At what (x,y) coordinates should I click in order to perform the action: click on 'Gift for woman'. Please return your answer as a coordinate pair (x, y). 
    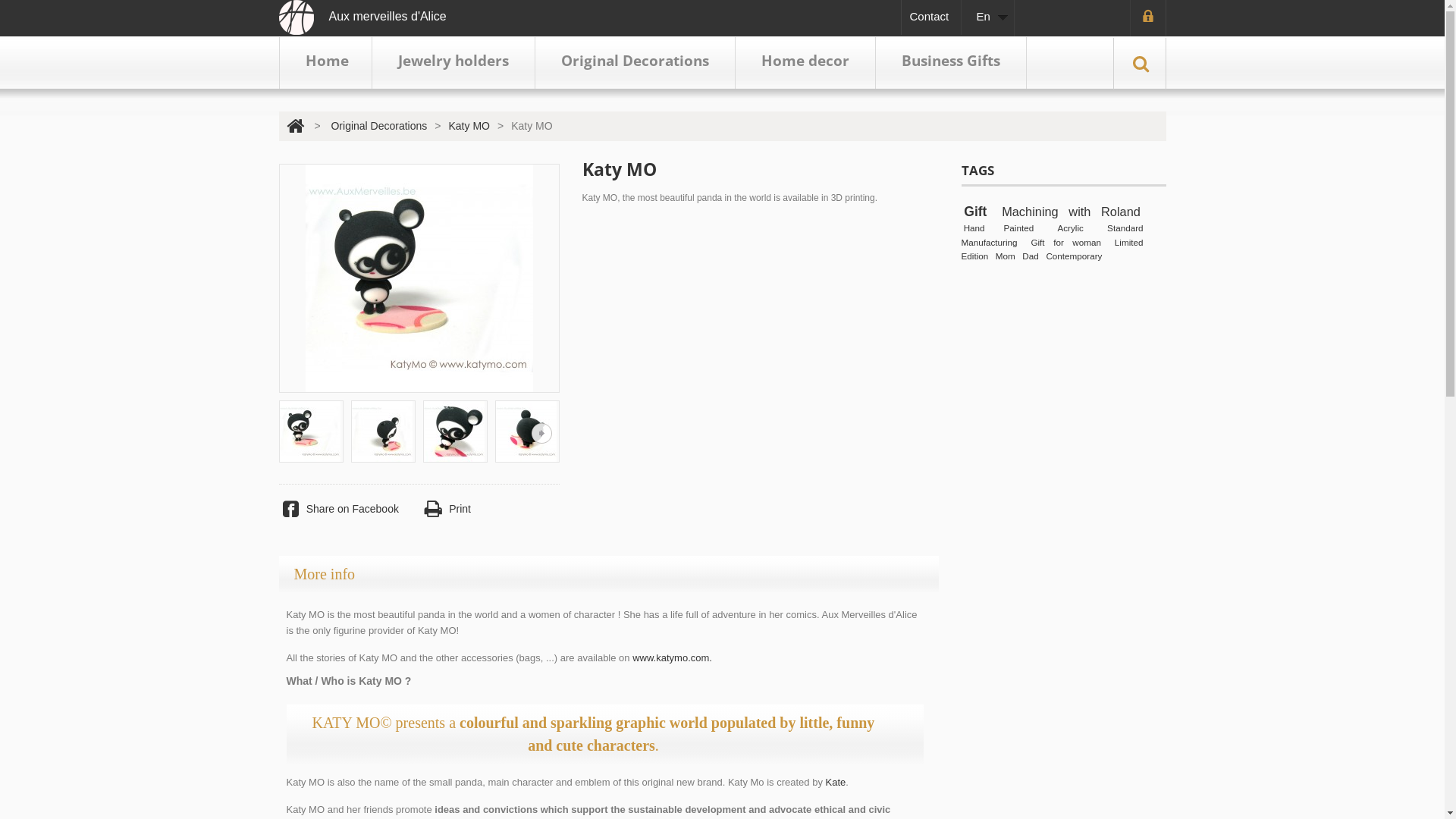
    Looking at the image, I should click on (1065, 242).